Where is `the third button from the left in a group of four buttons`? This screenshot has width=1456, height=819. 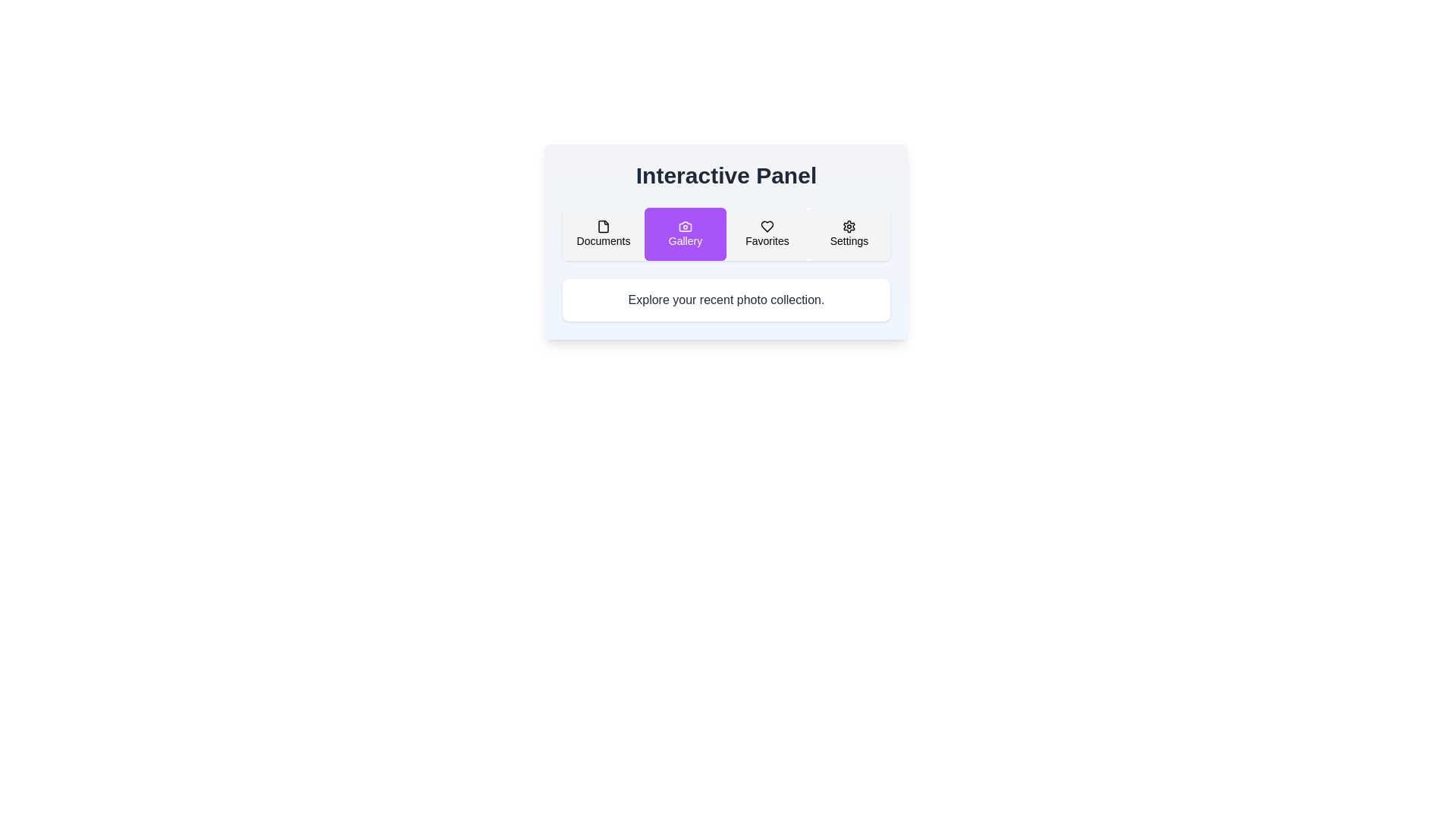 the third button from the left in a group of four buttons is located at coordinates (767, 234).